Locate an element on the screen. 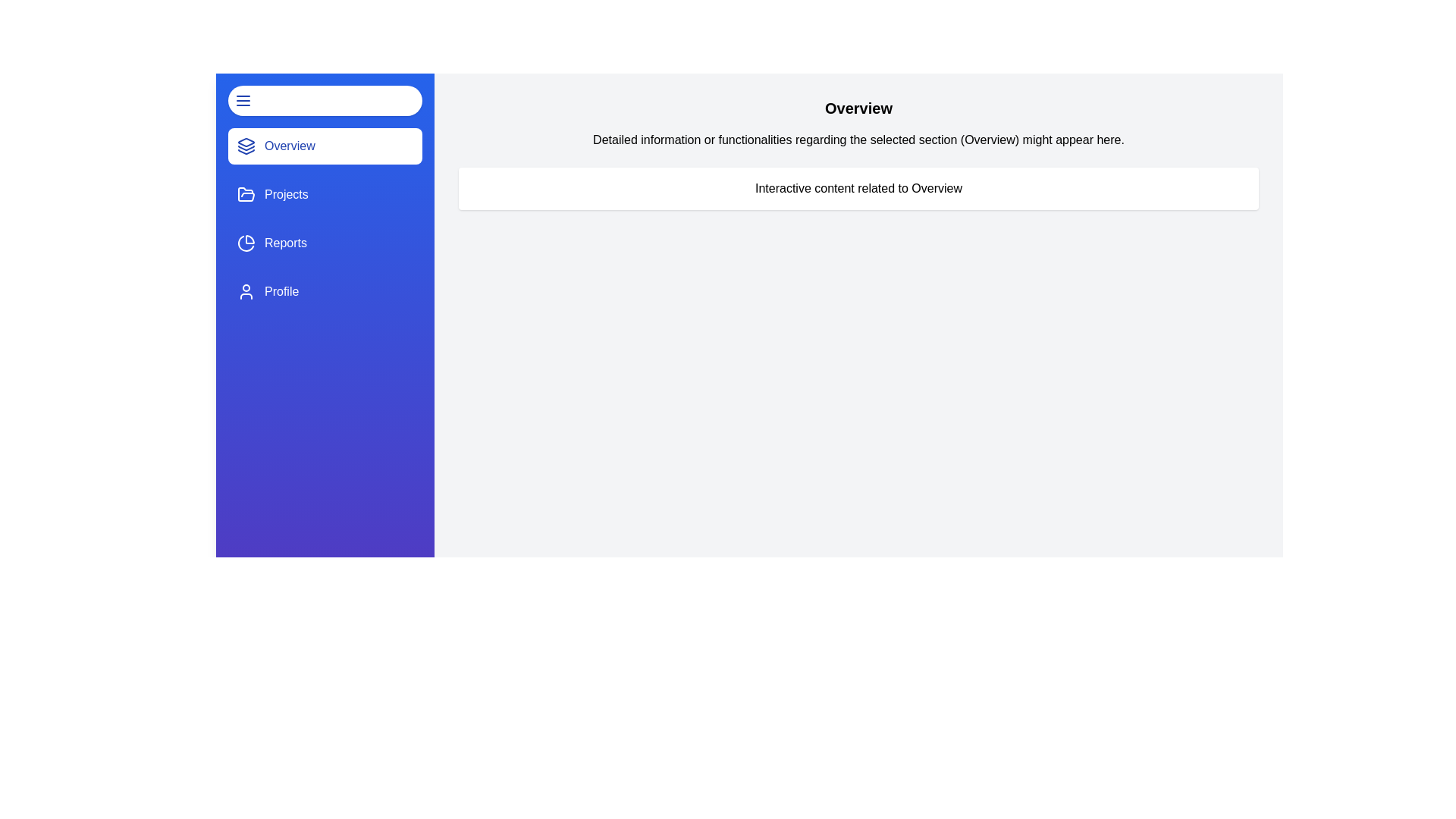 This screenshot has height=819, width=1456. the navigation section Reports is located at coordinates (324, 242).